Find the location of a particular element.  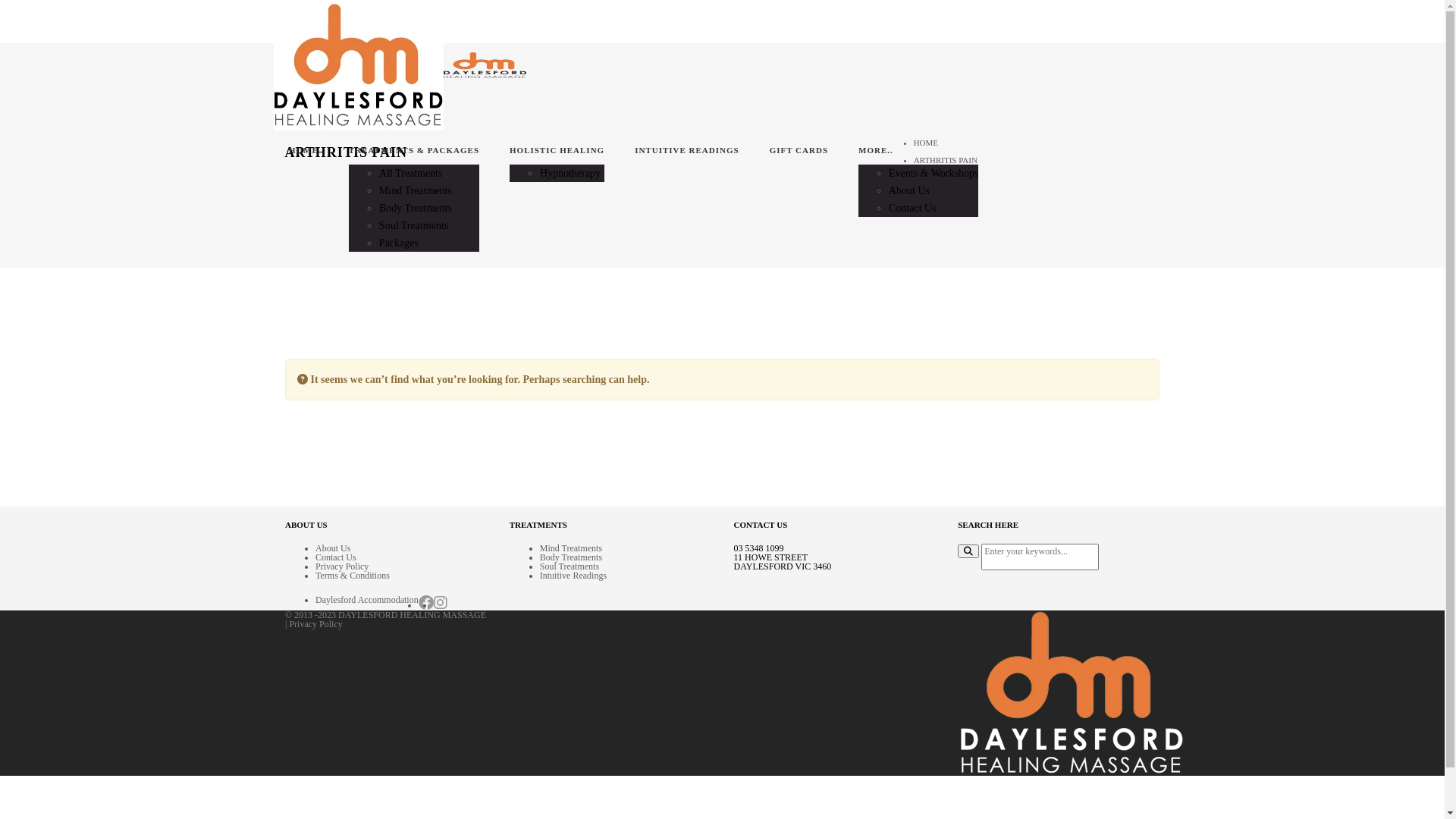

'03 5348 1099' is located at coordinates (759, 548).